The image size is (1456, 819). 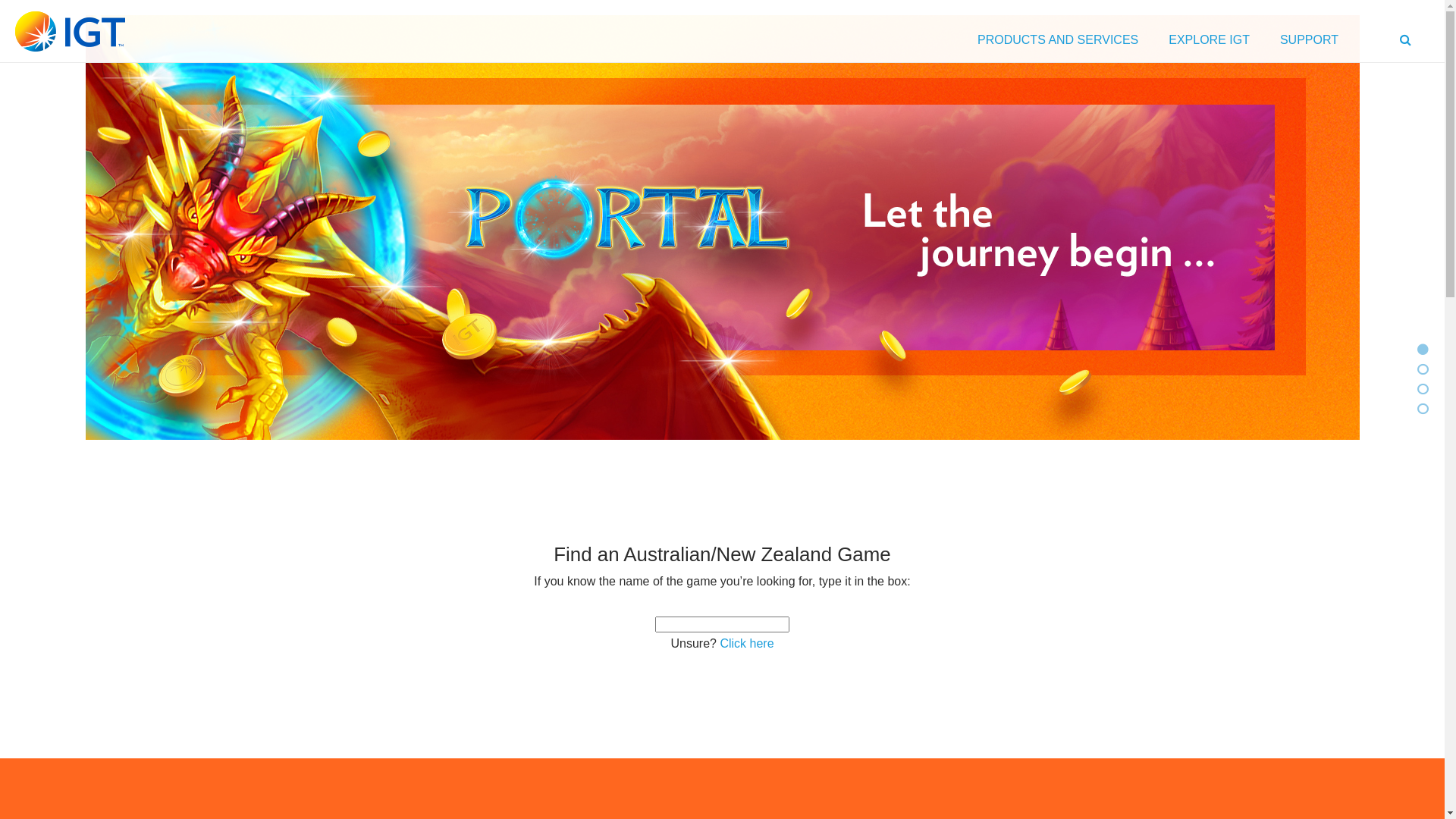 What do you see at coordinates (1308, 42) in the screenshot?
I see `'SUPPORT'` at bounding box center [1308, 42].